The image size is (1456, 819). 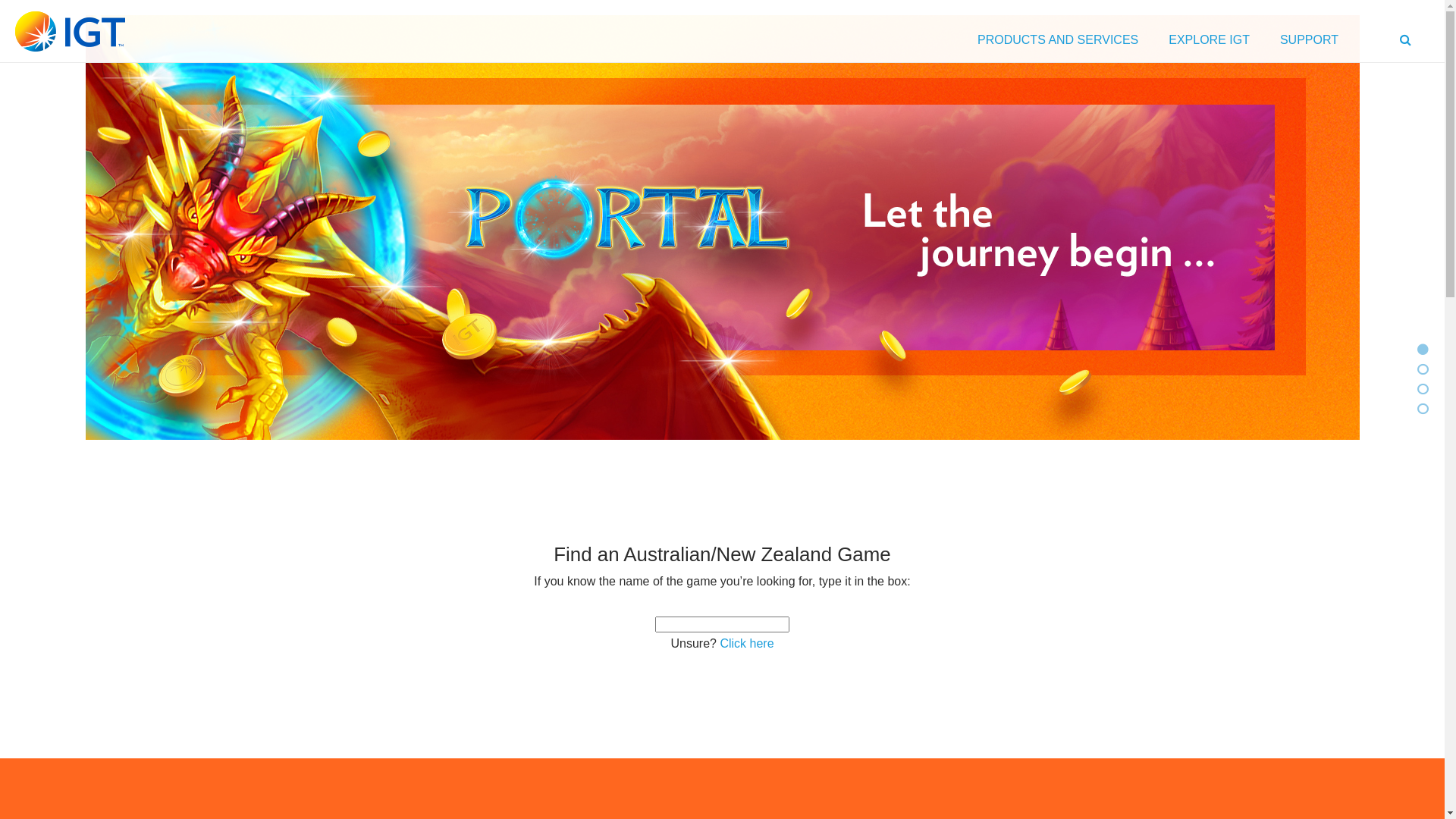 What do you see at coordinates (1308, 42) in the screenshot?
I see `'SUPPORT'` at bounding box center [1308, 42].